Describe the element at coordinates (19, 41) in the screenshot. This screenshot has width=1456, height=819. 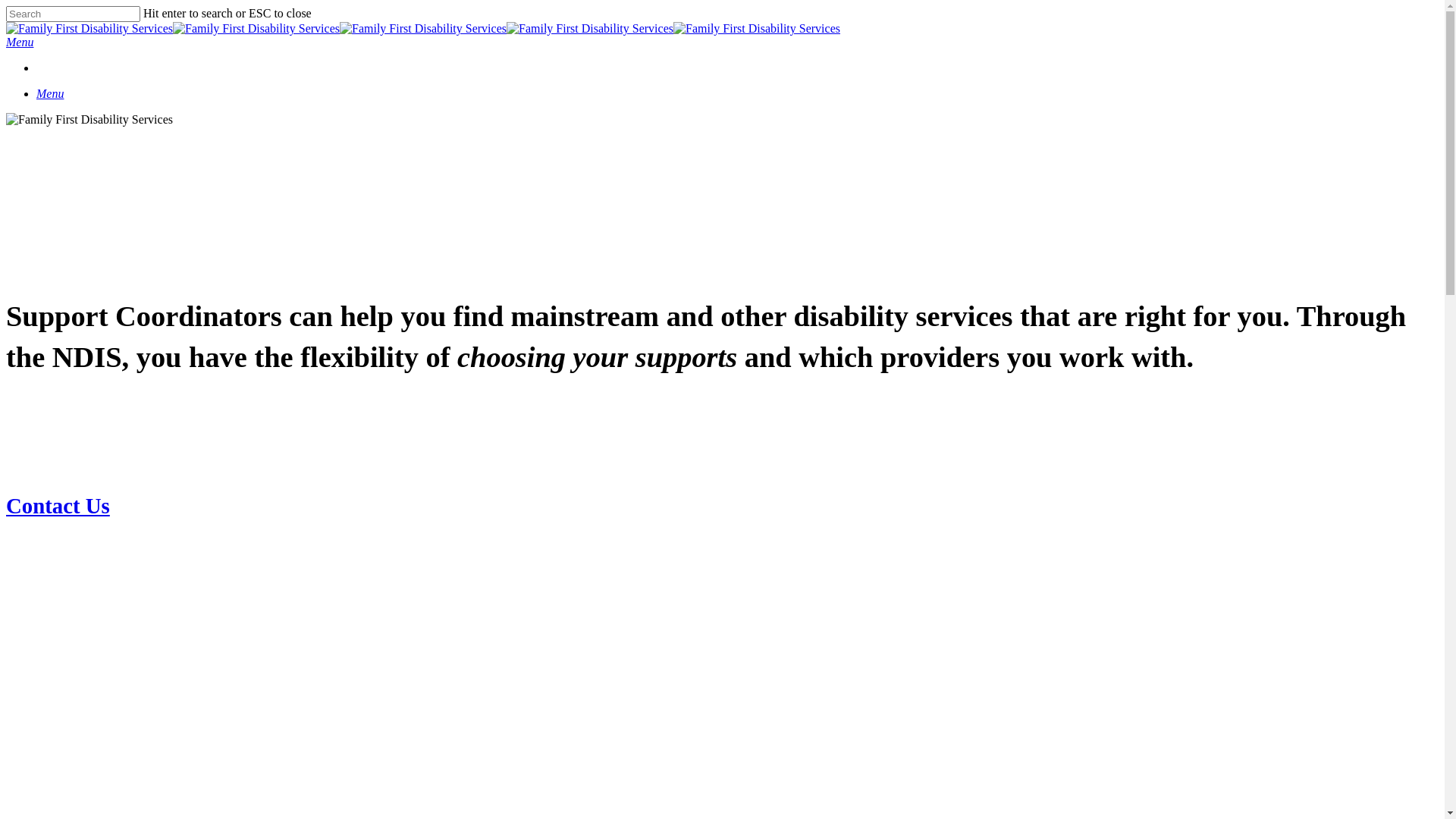
I see `'Menu'` at that location.